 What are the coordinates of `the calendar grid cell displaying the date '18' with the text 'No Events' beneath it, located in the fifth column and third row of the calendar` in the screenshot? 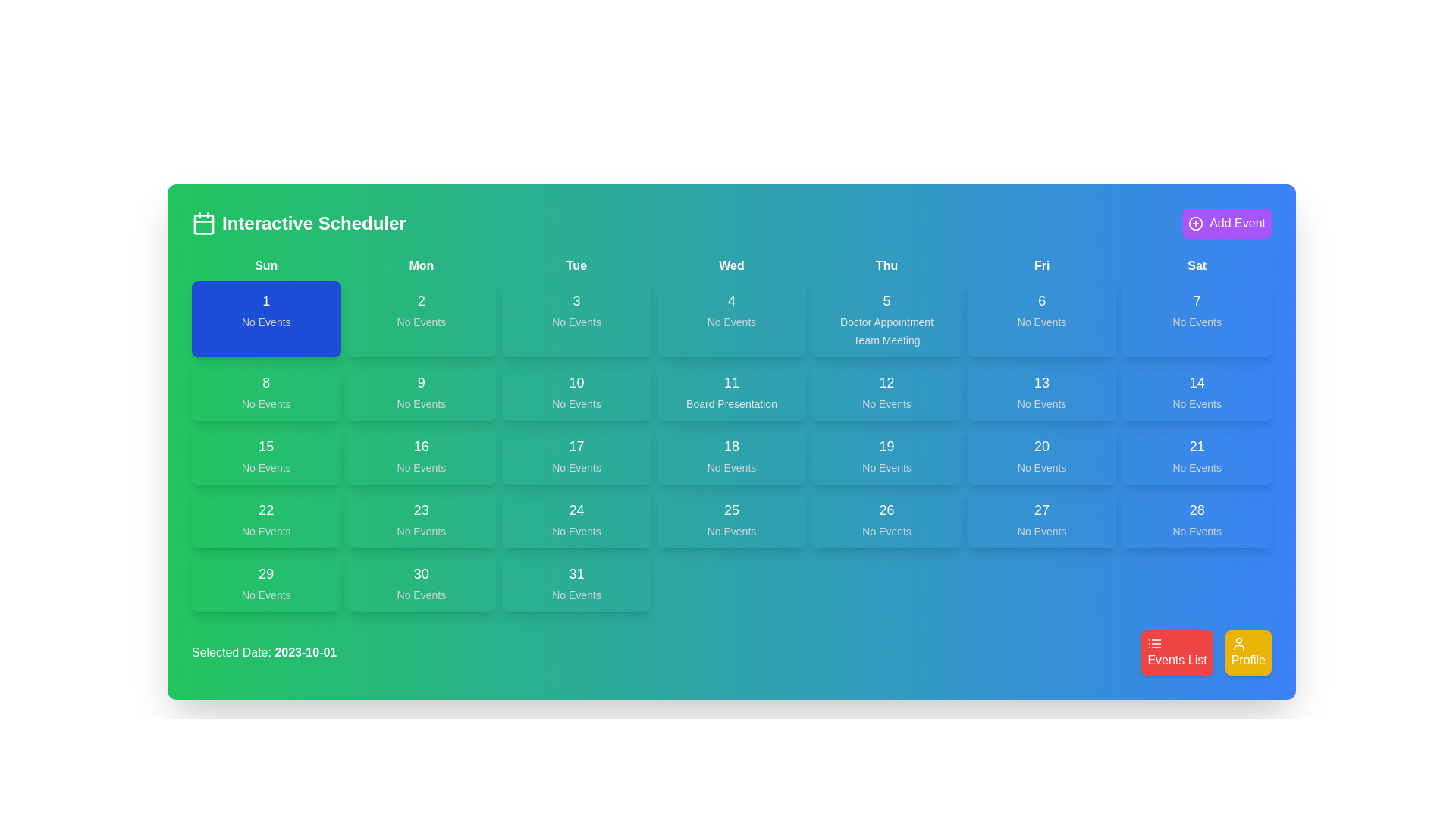 It's located at (731, 455).